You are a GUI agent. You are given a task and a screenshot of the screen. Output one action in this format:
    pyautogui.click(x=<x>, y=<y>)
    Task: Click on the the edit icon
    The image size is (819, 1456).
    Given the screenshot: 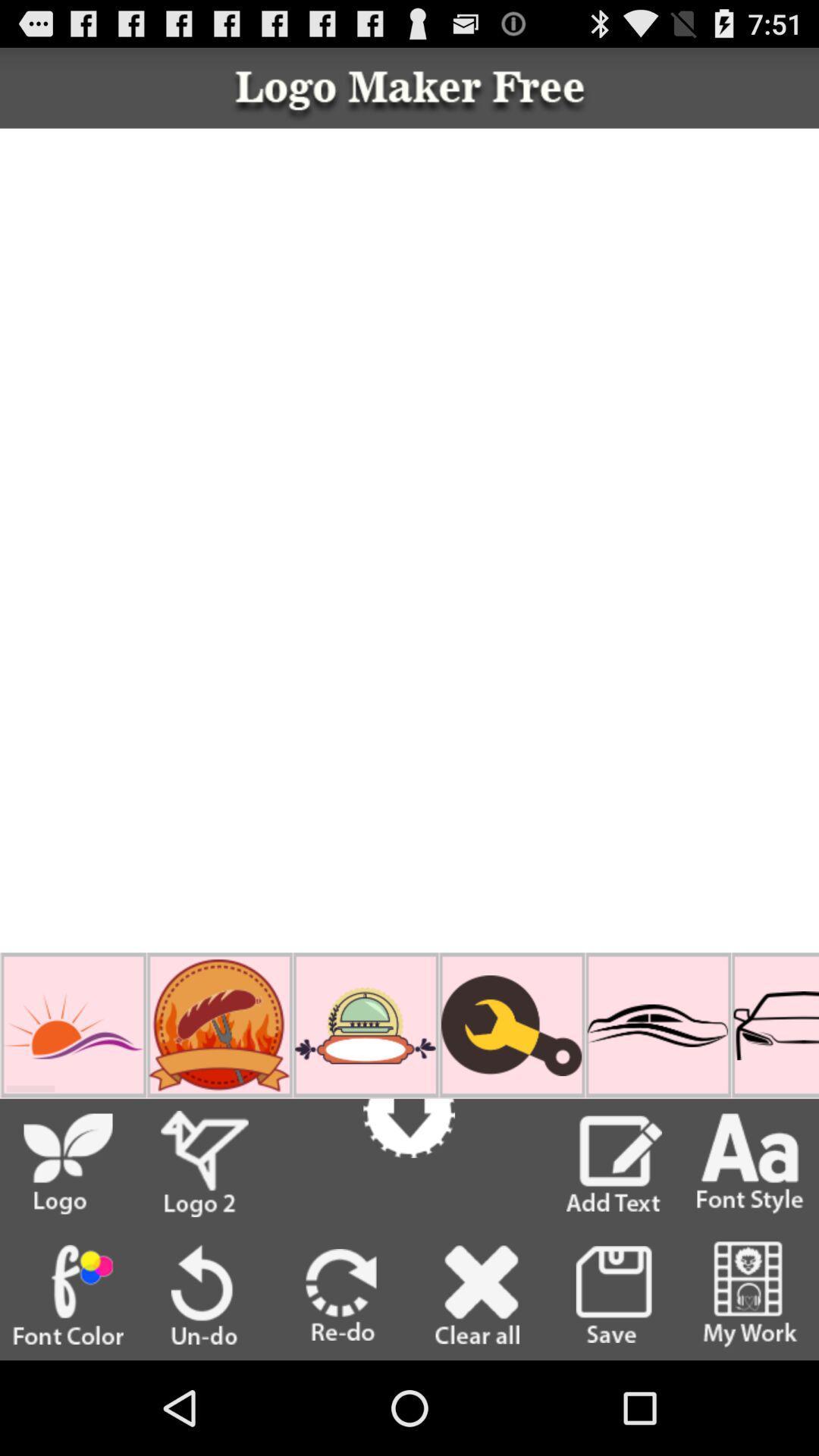 What is the action you would take?
    pyautogui.click(x=614, y=1245)
    